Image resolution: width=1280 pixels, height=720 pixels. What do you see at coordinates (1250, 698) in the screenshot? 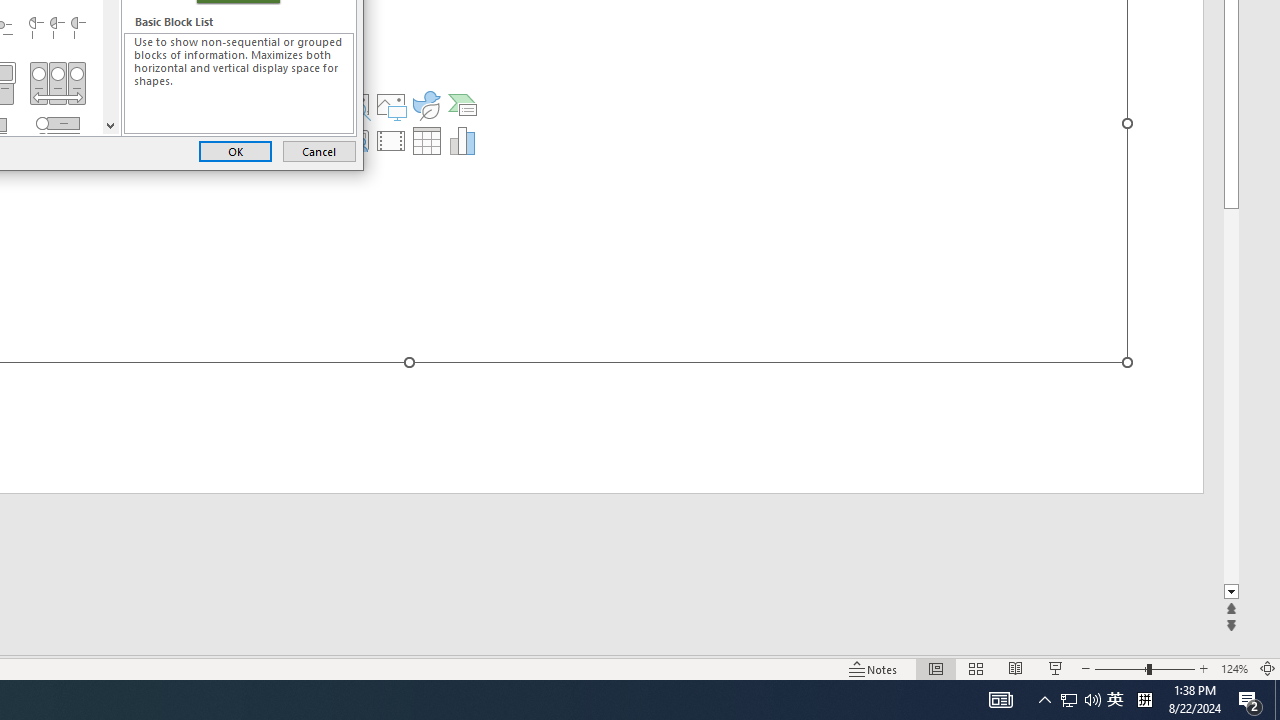
I see `'Action Center, 2 new notifications'` at bounding box center [1250, 698].